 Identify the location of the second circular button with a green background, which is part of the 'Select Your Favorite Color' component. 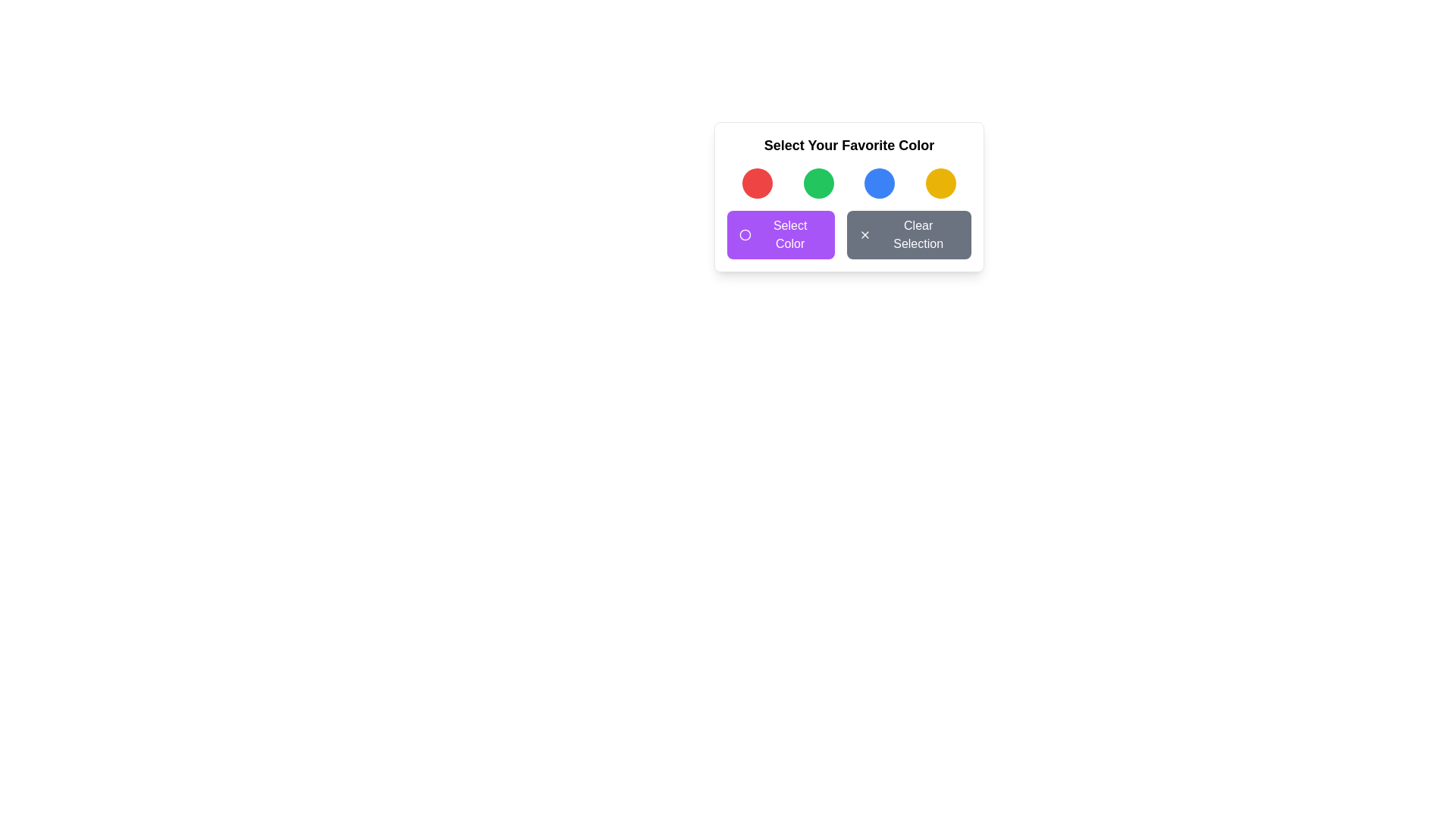
(817, 183).